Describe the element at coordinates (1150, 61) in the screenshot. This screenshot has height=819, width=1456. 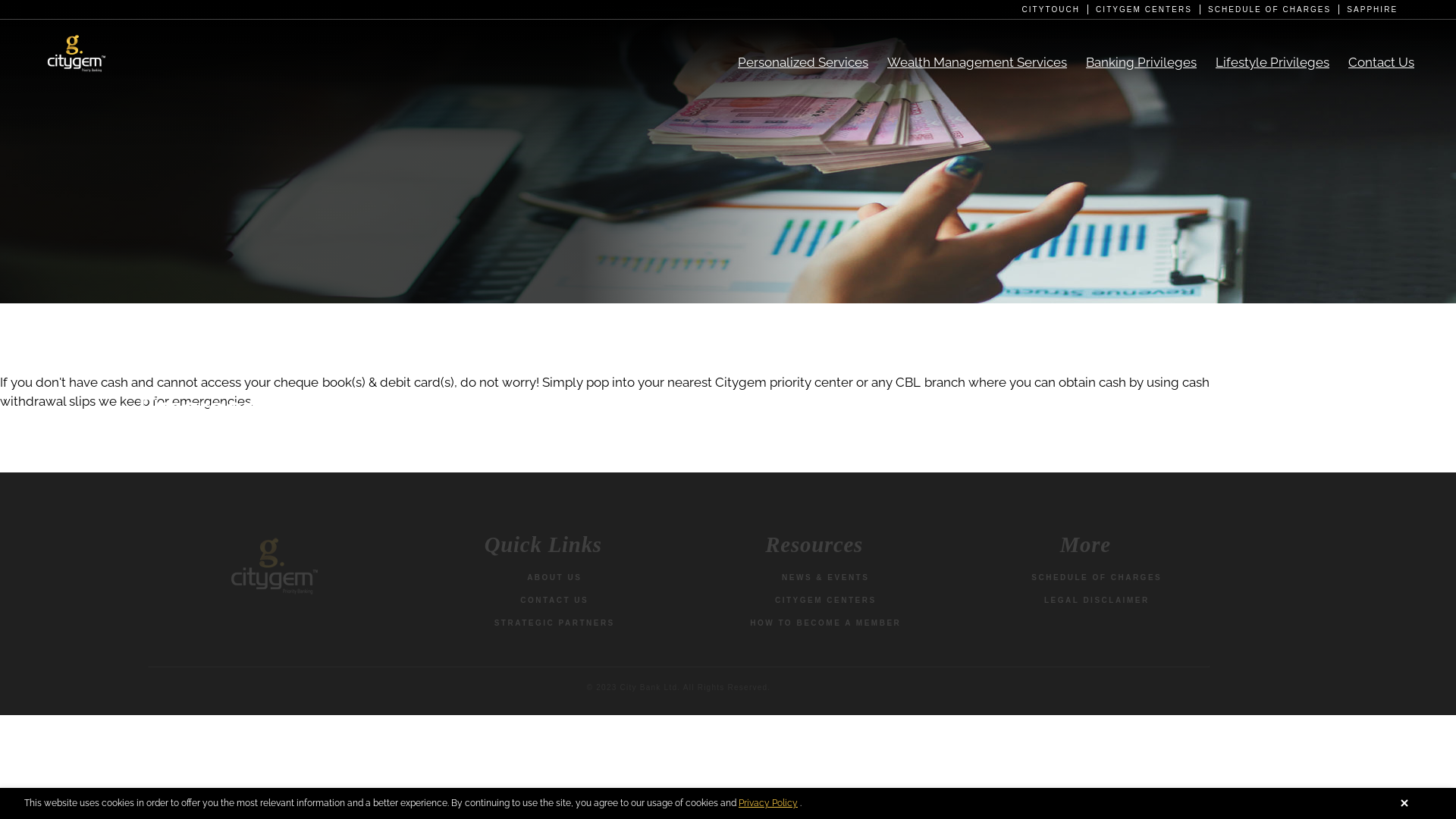
I see `'Banking Privileges'` at that location.